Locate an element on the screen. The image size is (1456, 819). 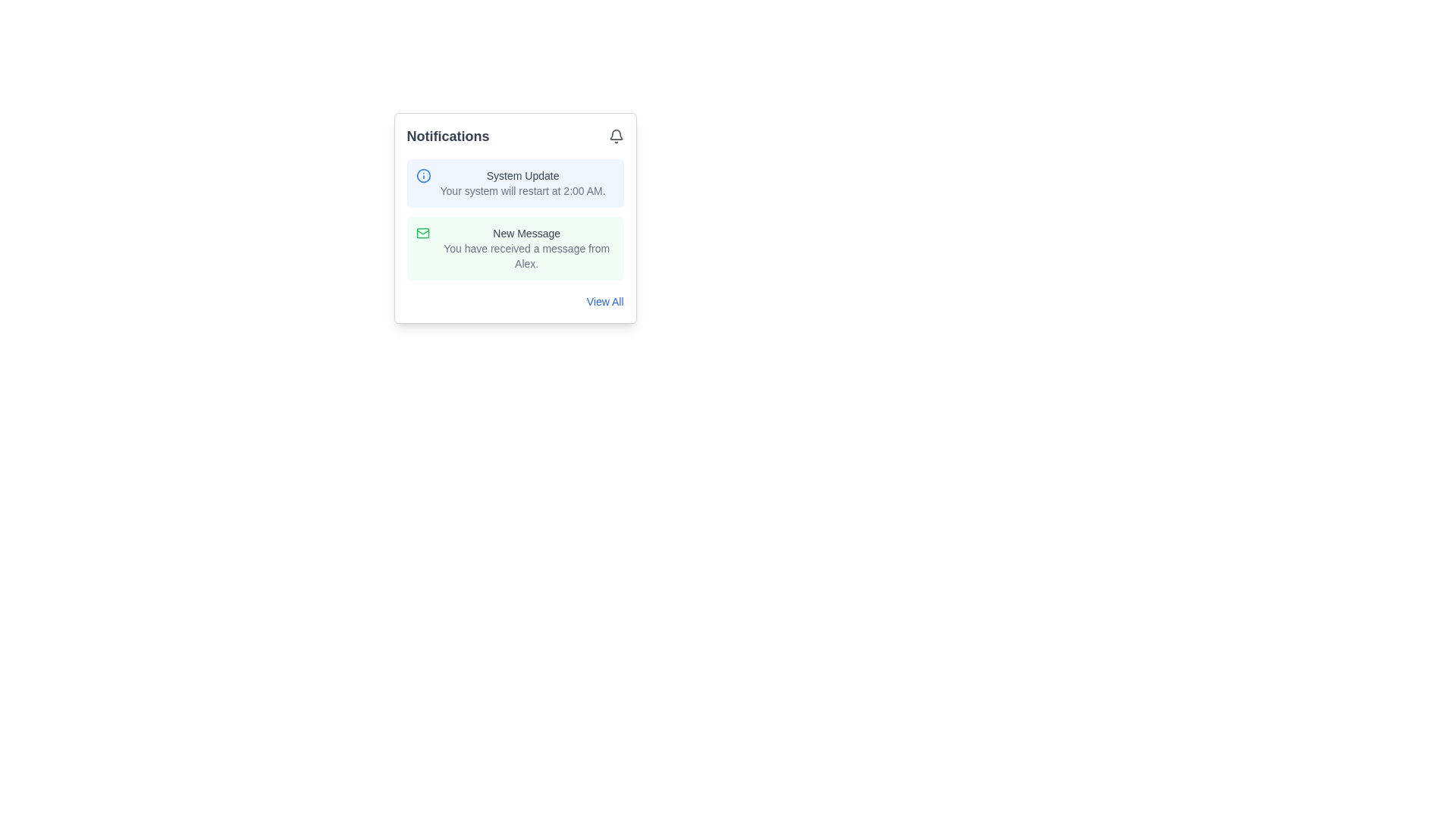
the text label that reads 'You have received a message from Alex.' located within a green-highlighted section of a notification card is located at coordinates (526, 256).